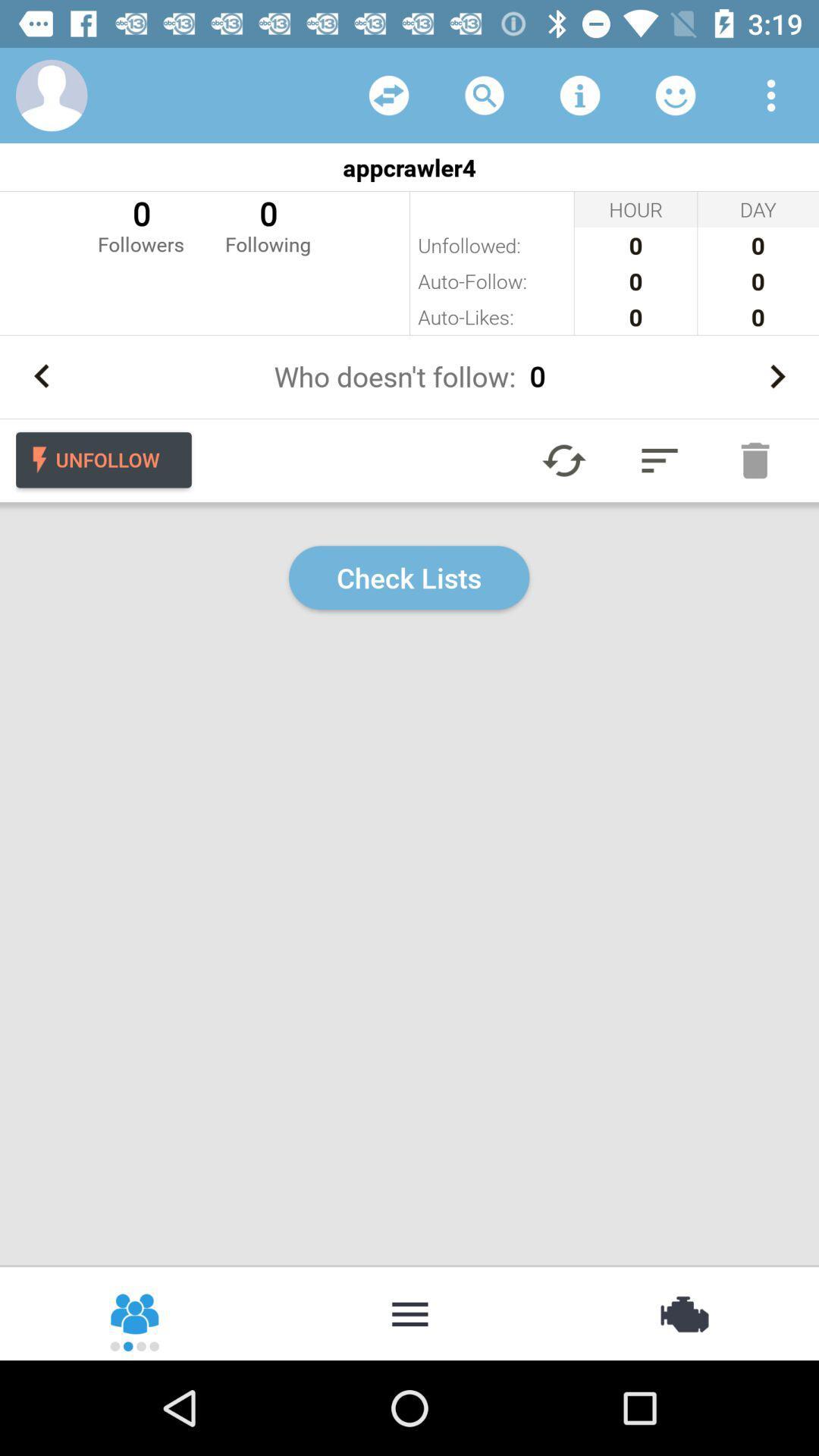  I want to click on user profile, so click(51, 94).